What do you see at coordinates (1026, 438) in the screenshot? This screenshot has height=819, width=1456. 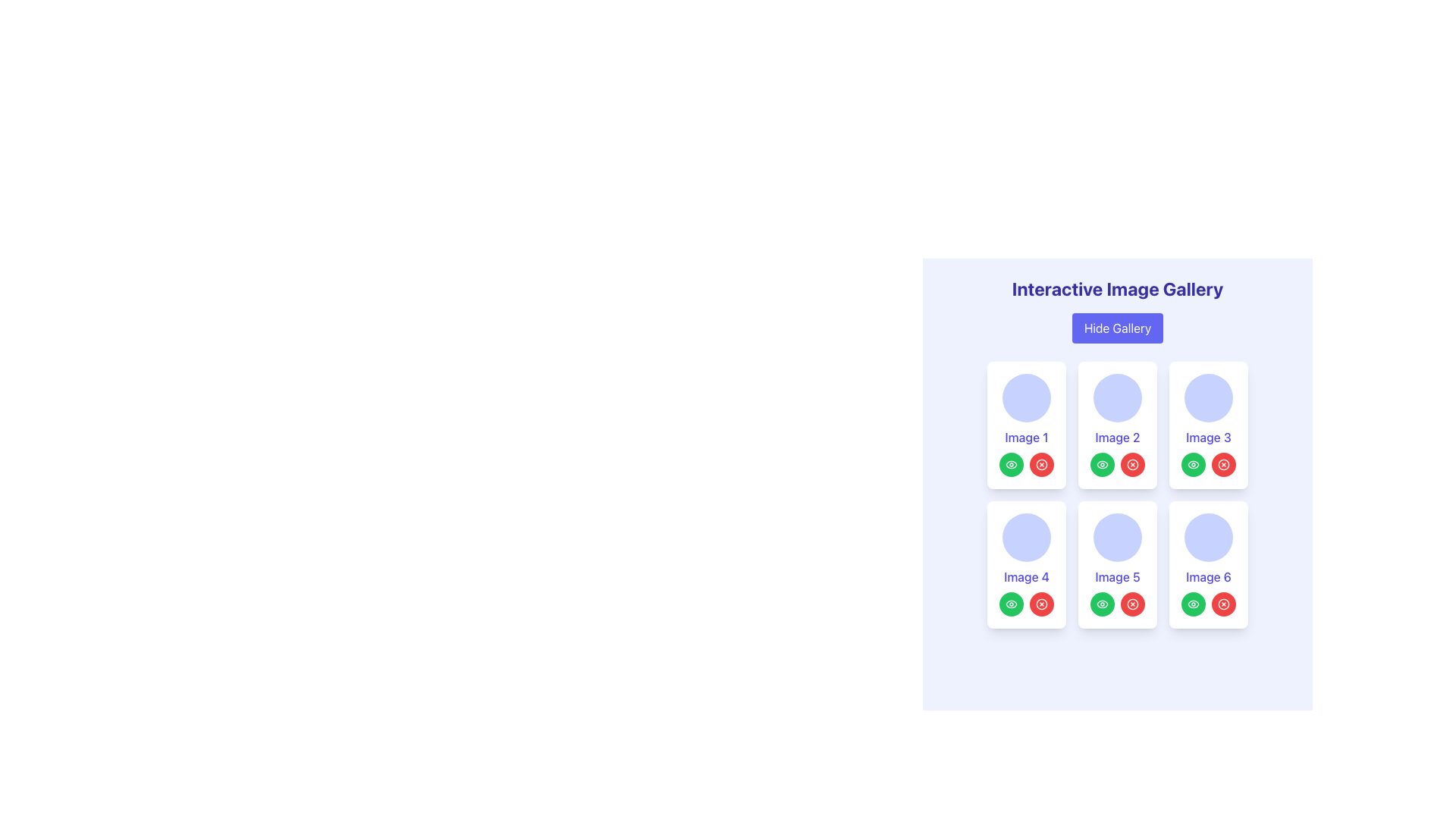 I see `the text label that displays 'Image 1', which is styled in a medium-sized indigo font and located centrally under a circular image placeholder in the upper-left card of a 2x3 grid arrangement` at bounding box center [1026, 438].